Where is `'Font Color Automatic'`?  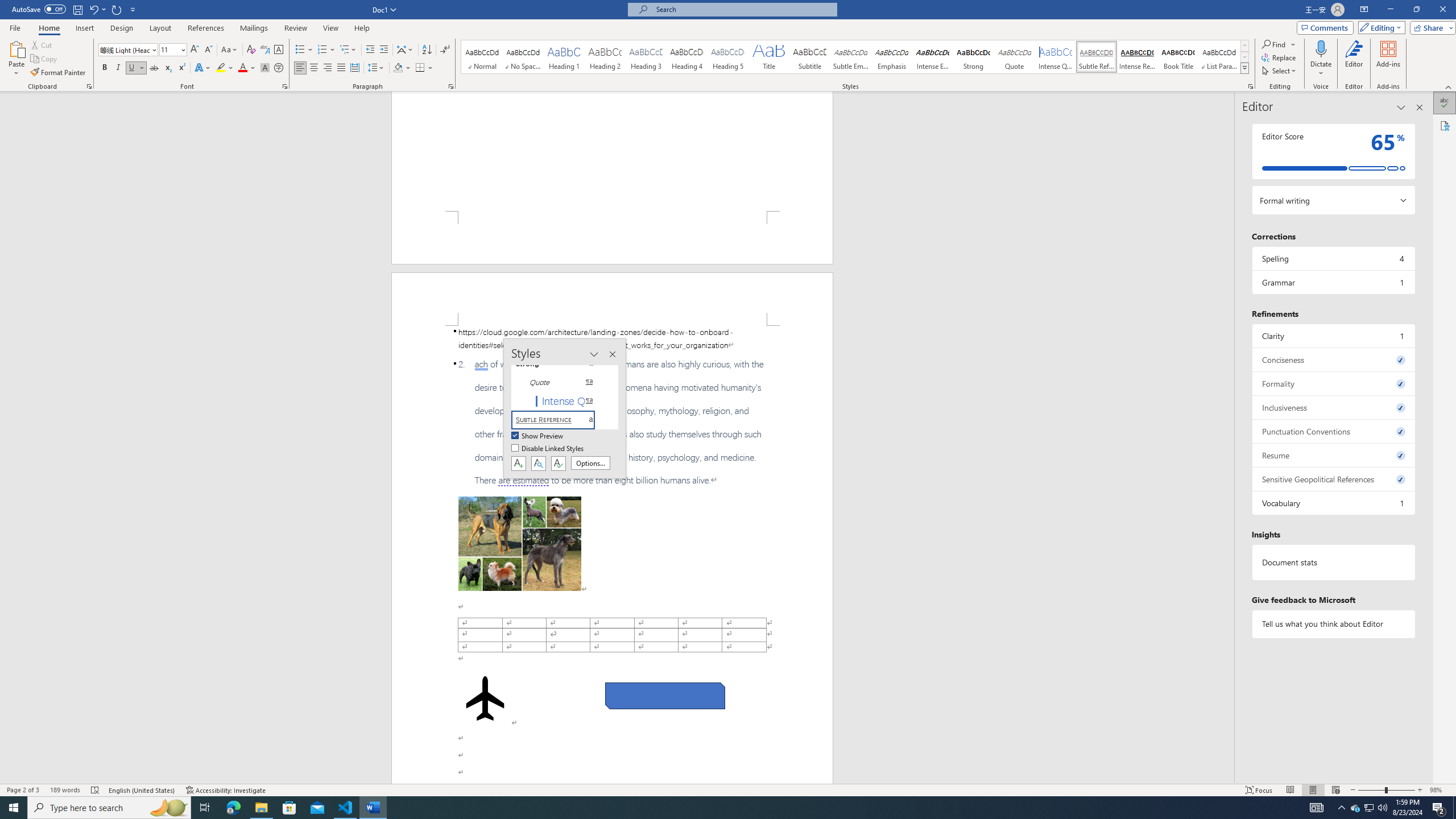 'Font Color Automatic' is located at coordinates (242, 67).